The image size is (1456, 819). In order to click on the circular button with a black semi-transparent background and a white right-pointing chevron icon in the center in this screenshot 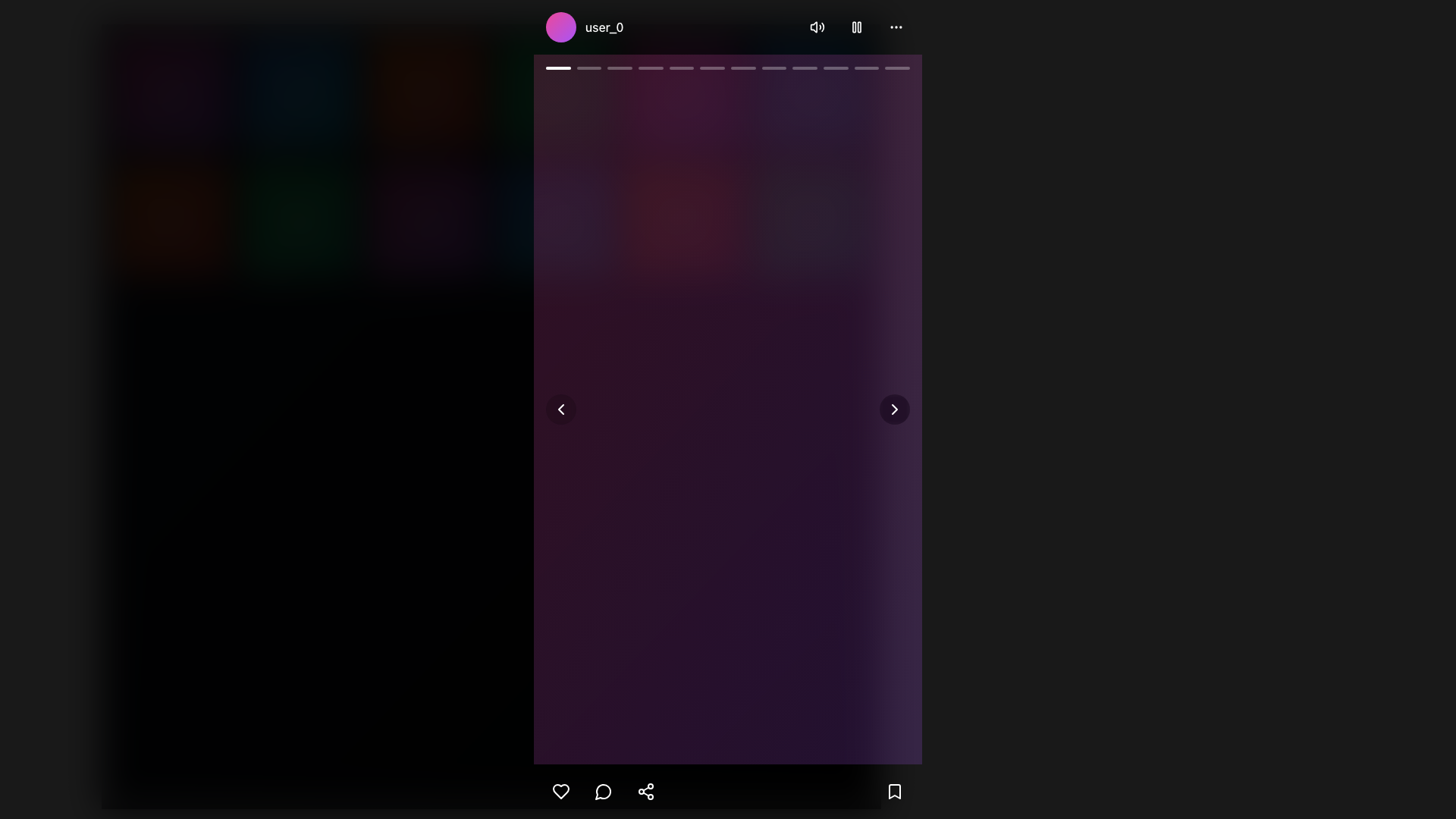, I will do `click(895, 409)`.